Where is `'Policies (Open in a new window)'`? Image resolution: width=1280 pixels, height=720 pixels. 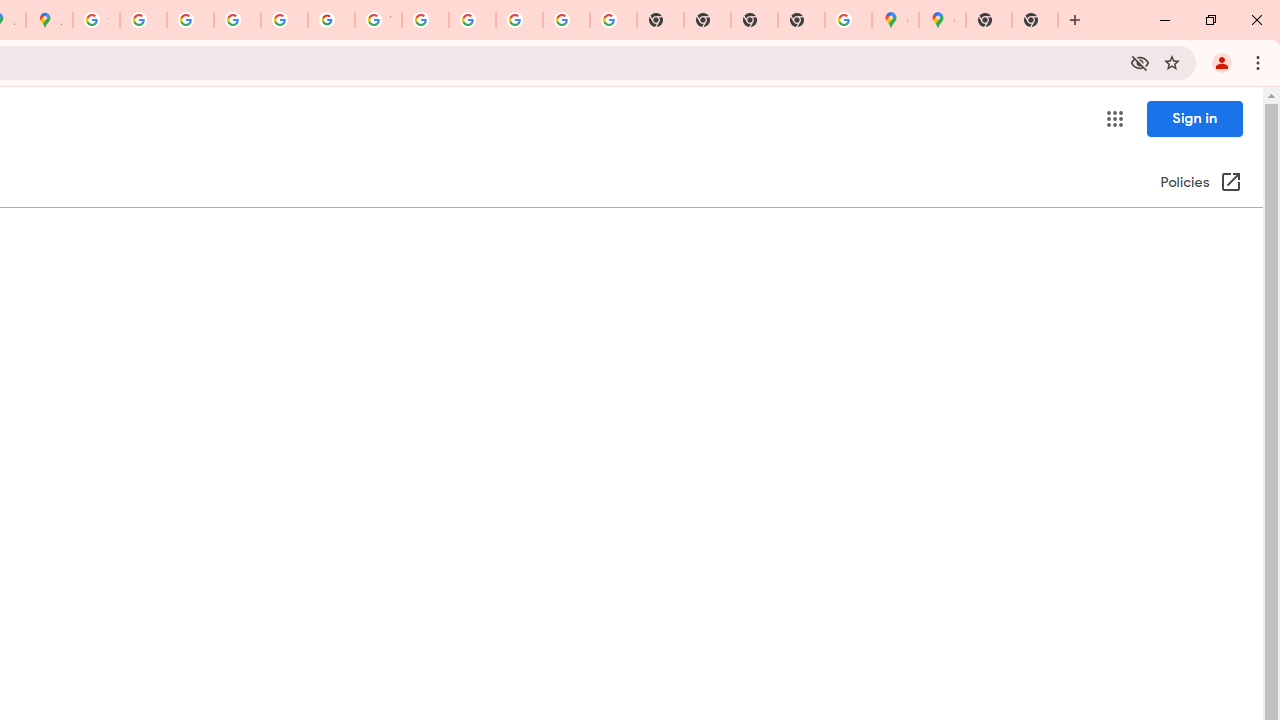
'Policies (Open in a new window)' is located at coordinates (1200, 183).